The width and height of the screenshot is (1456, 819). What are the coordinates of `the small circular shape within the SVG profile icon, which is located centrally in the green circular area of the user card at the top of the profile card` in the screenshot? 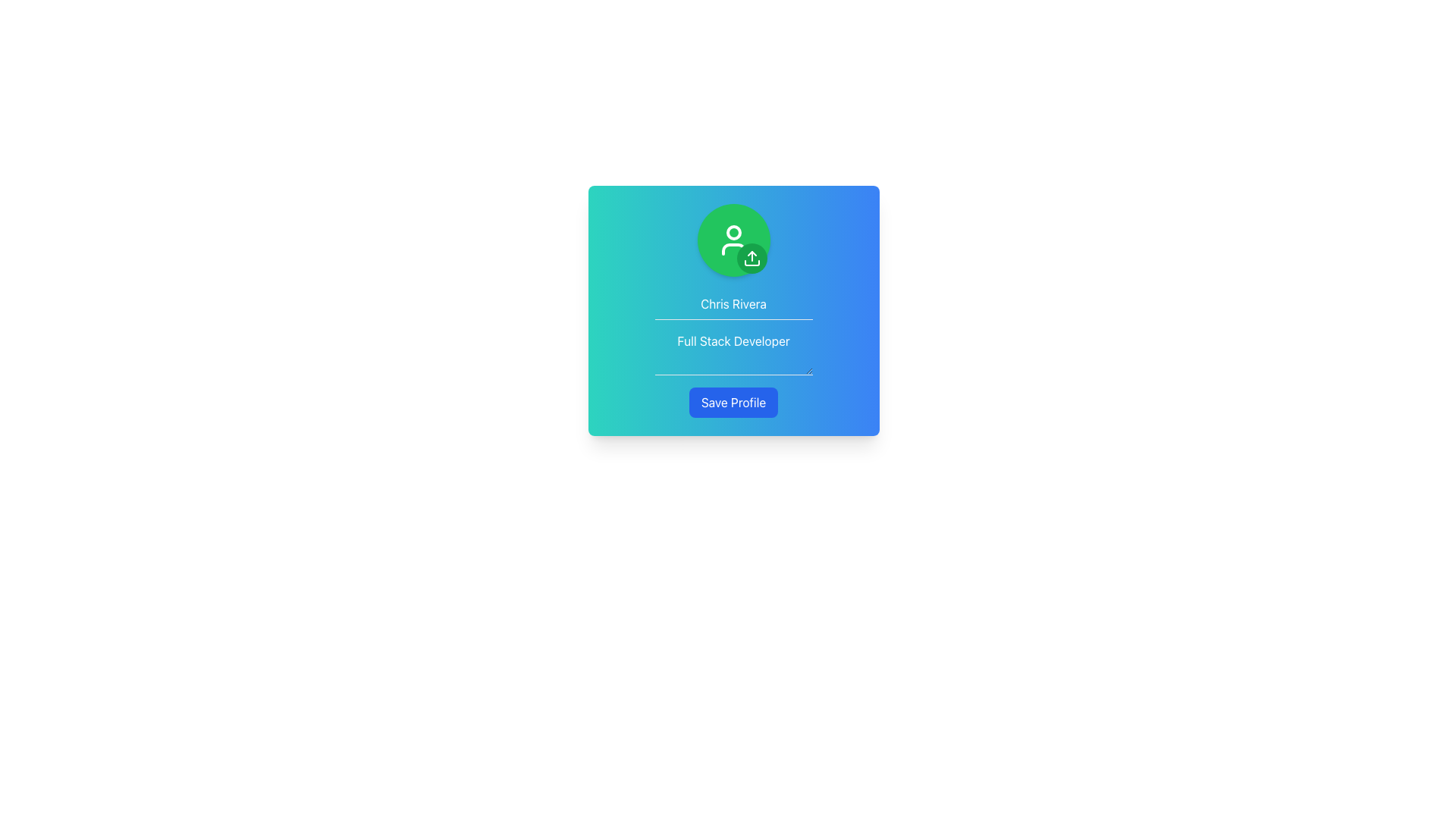 It's located at (733, 233).